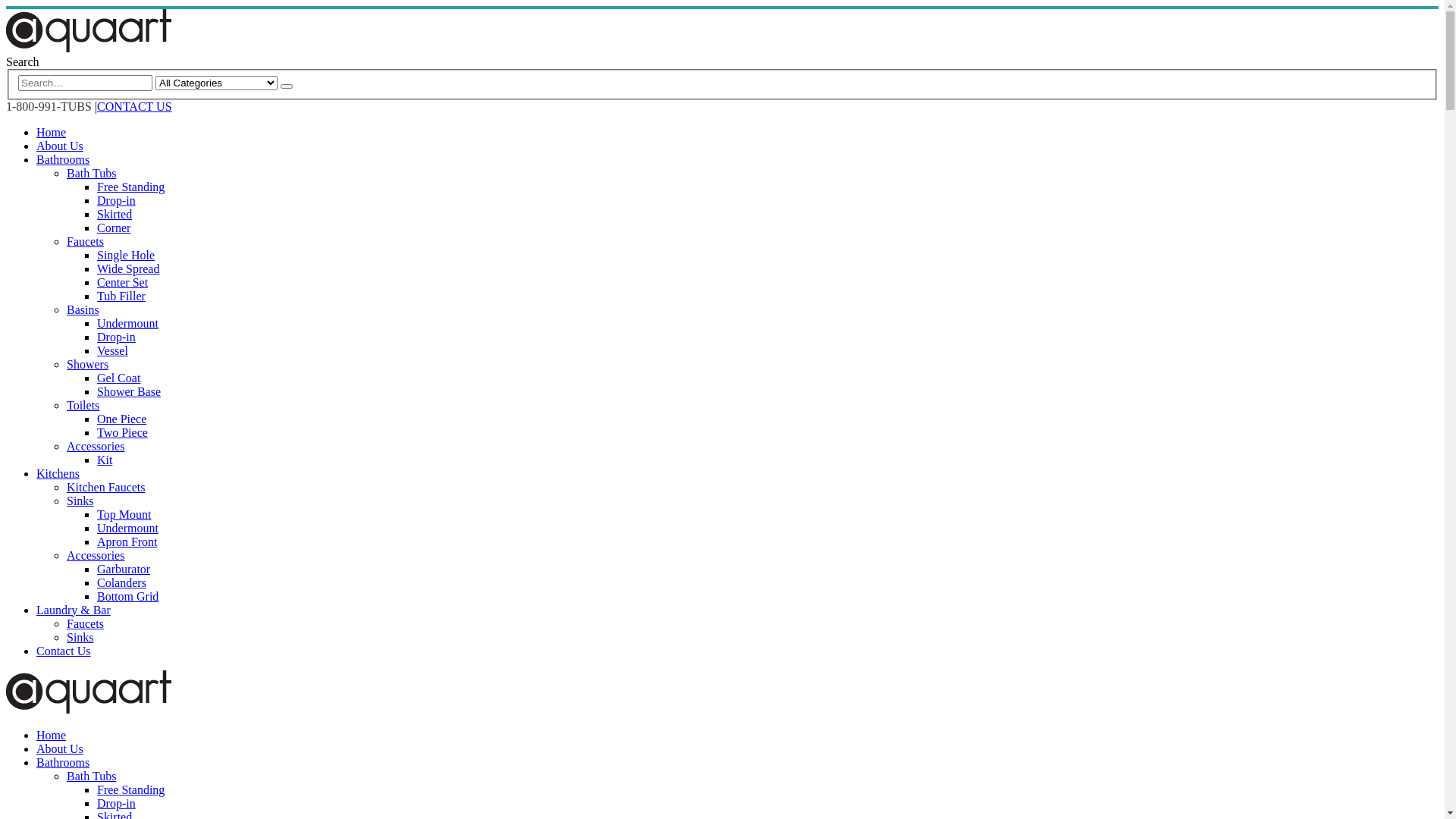 This screenshot has height=819, width=1456. What do you see at coordinates (127, 541) in the screenshot?
I see `'Apron Front'` at bounding box center [127, 541].